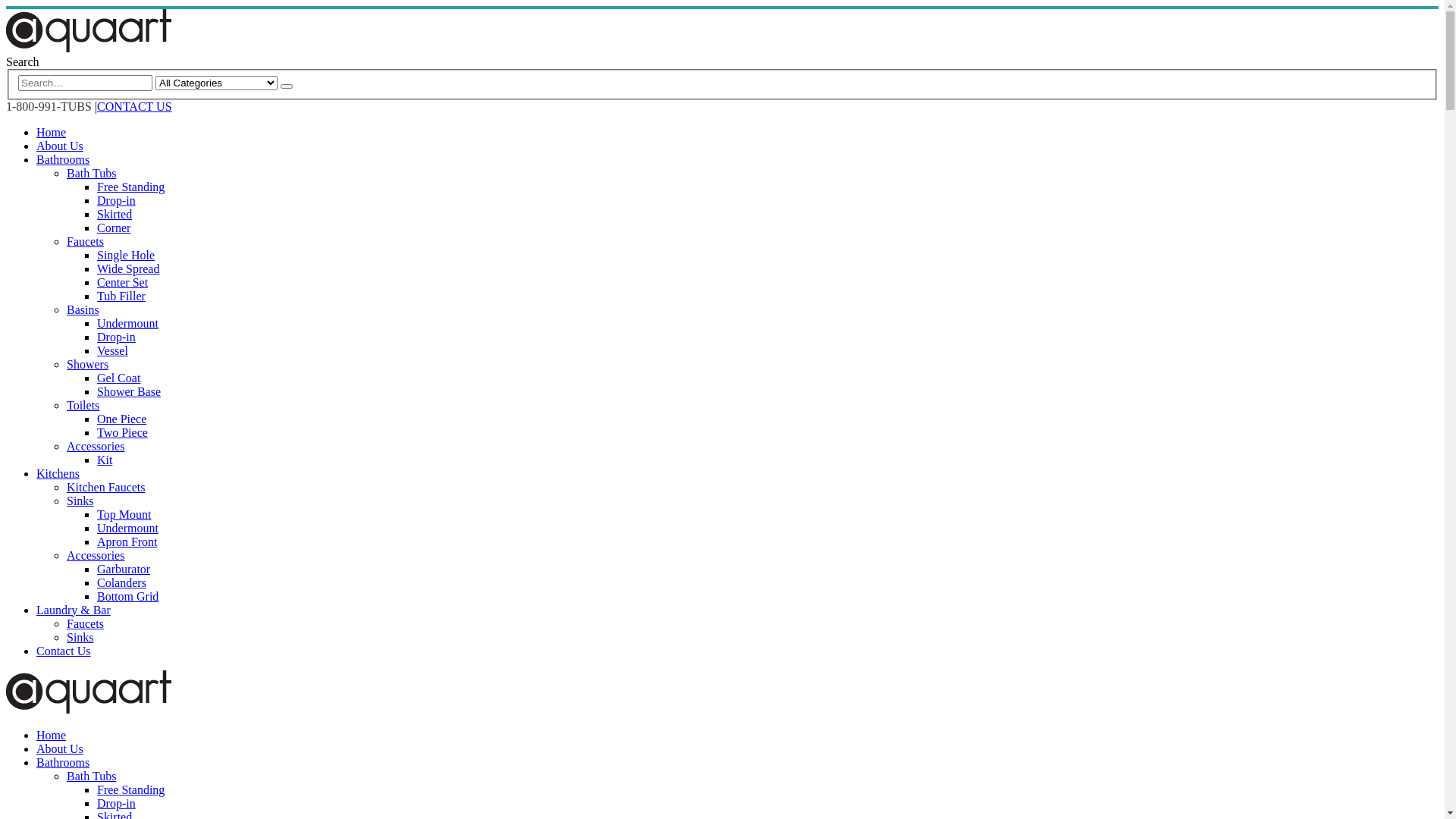 This screenshot has height=819, width=1456. What do you see at coordinates (127, 541) in the screenshot?
I see `'Apron Front'` at bounding box center [127, 541].